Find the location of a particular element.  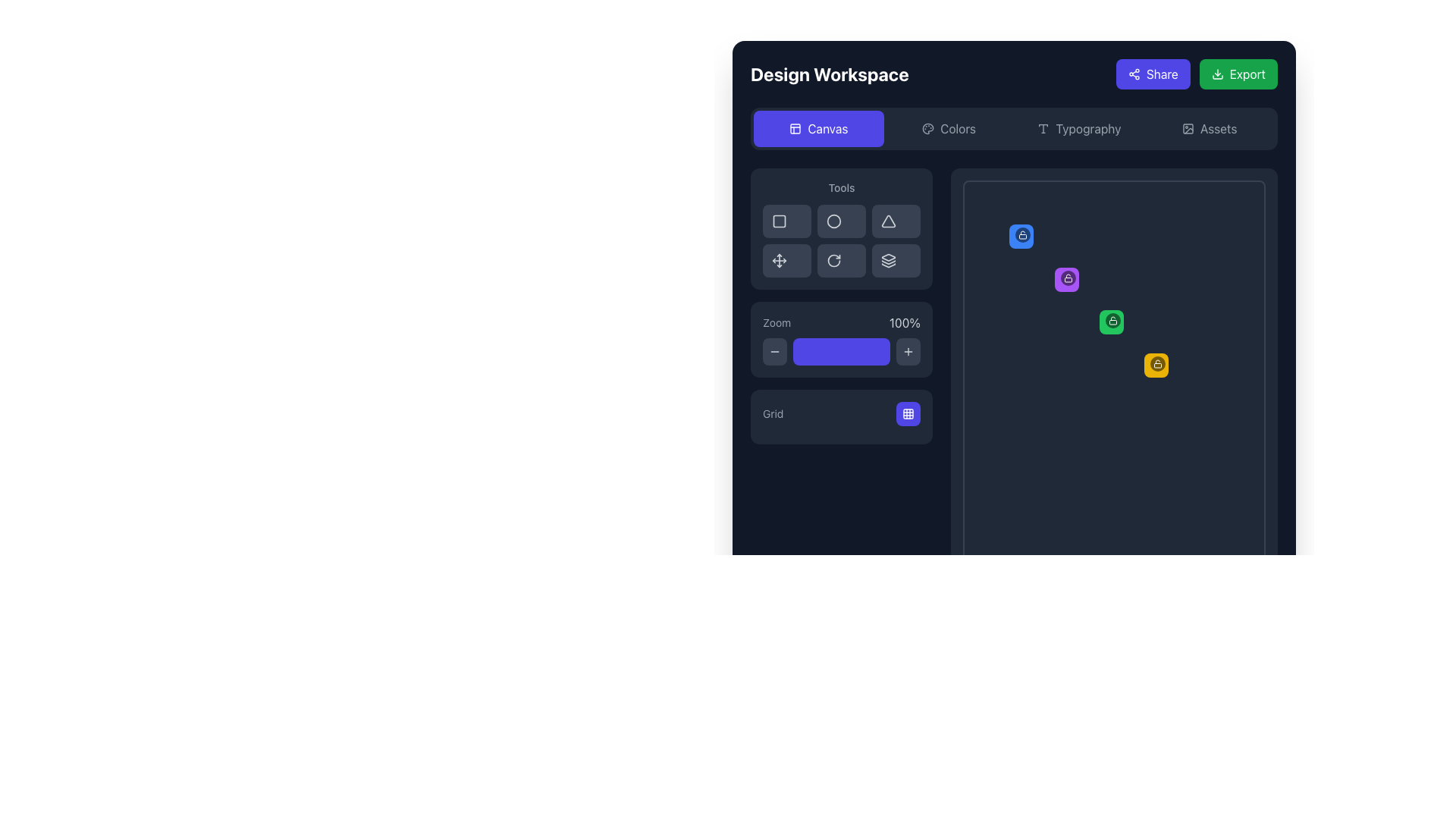

the button in the control section for toggling or customizing grid settings located at the bottom of the 'Zoom' section in the sidebar is located at coordinates (840, 417).